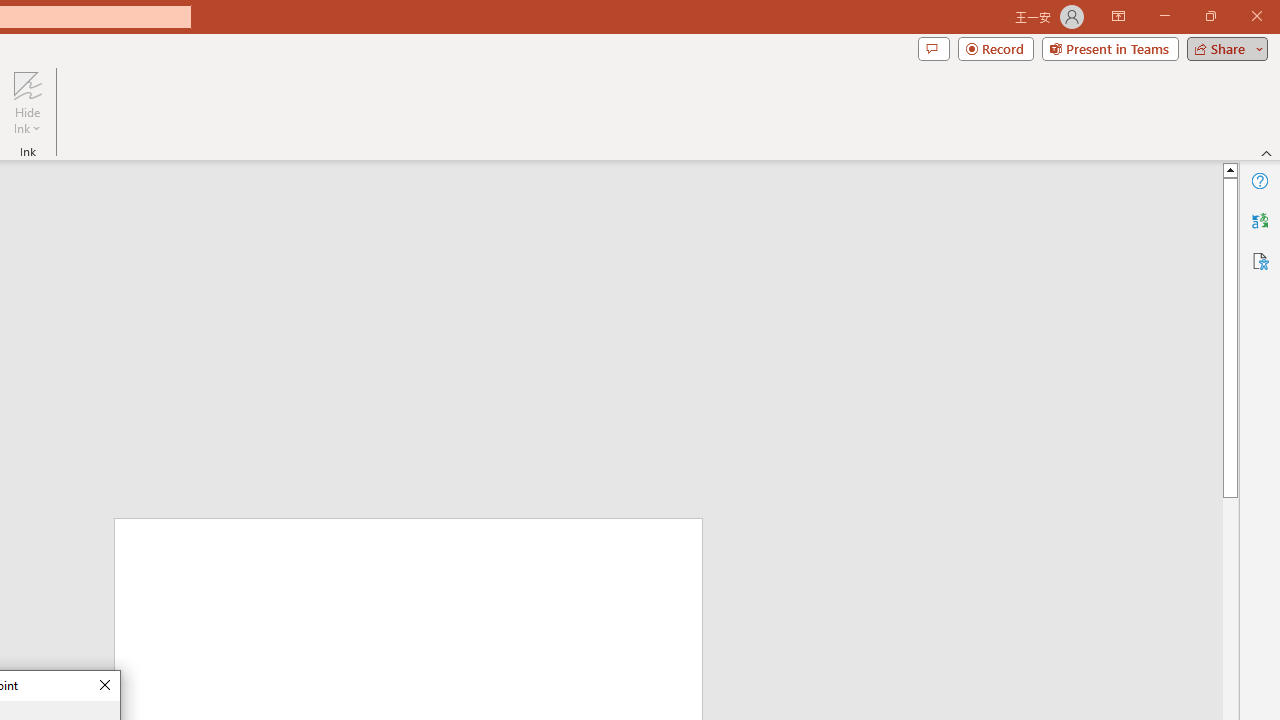  I want to click on 'Collapse the Ribbon', so click(1266, 152).